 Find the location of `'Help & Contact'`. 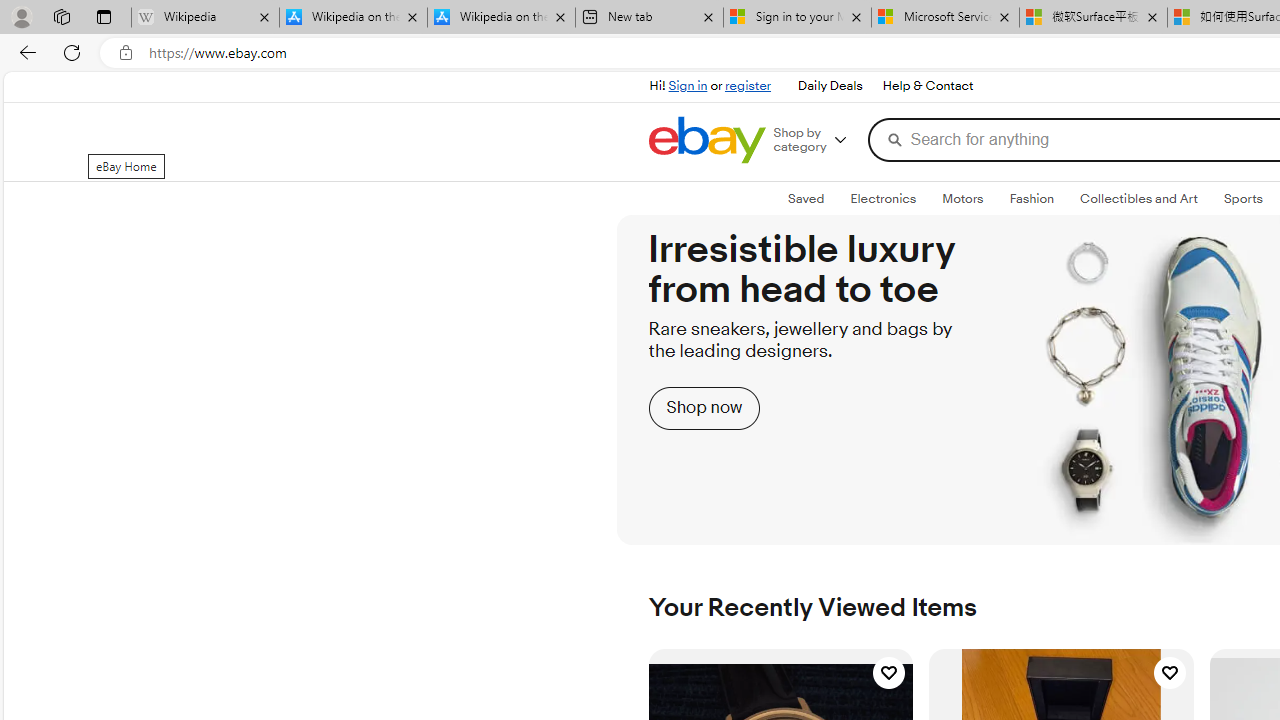

'Help & Contact' is located at coordinates (927, 86).